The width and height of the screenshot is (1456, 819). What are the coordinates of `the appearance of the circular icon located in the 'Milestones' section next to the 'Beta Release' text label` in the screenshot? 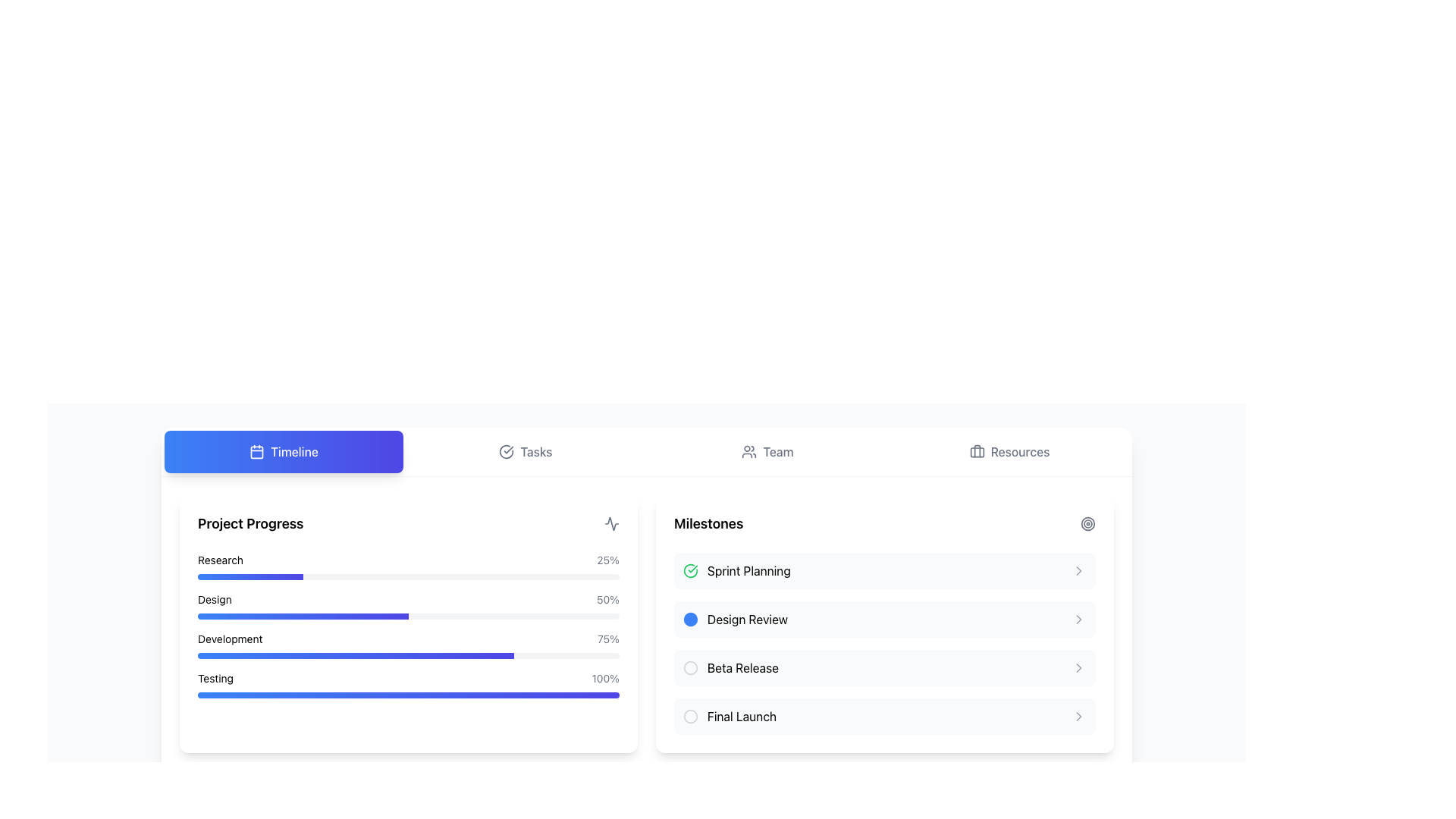 It's located at (690, 667).